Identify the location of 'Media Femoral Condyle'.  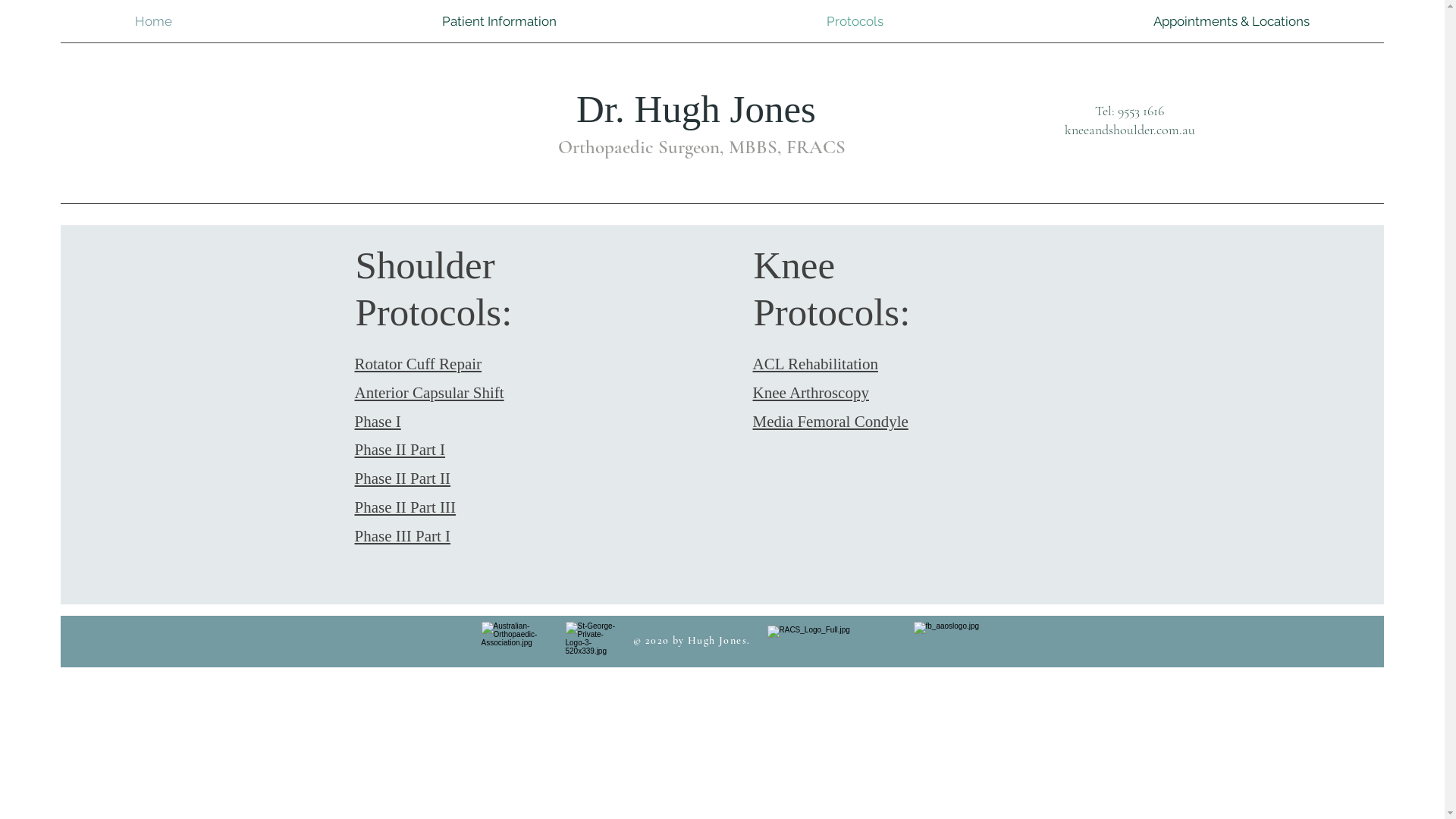
(829, 421).